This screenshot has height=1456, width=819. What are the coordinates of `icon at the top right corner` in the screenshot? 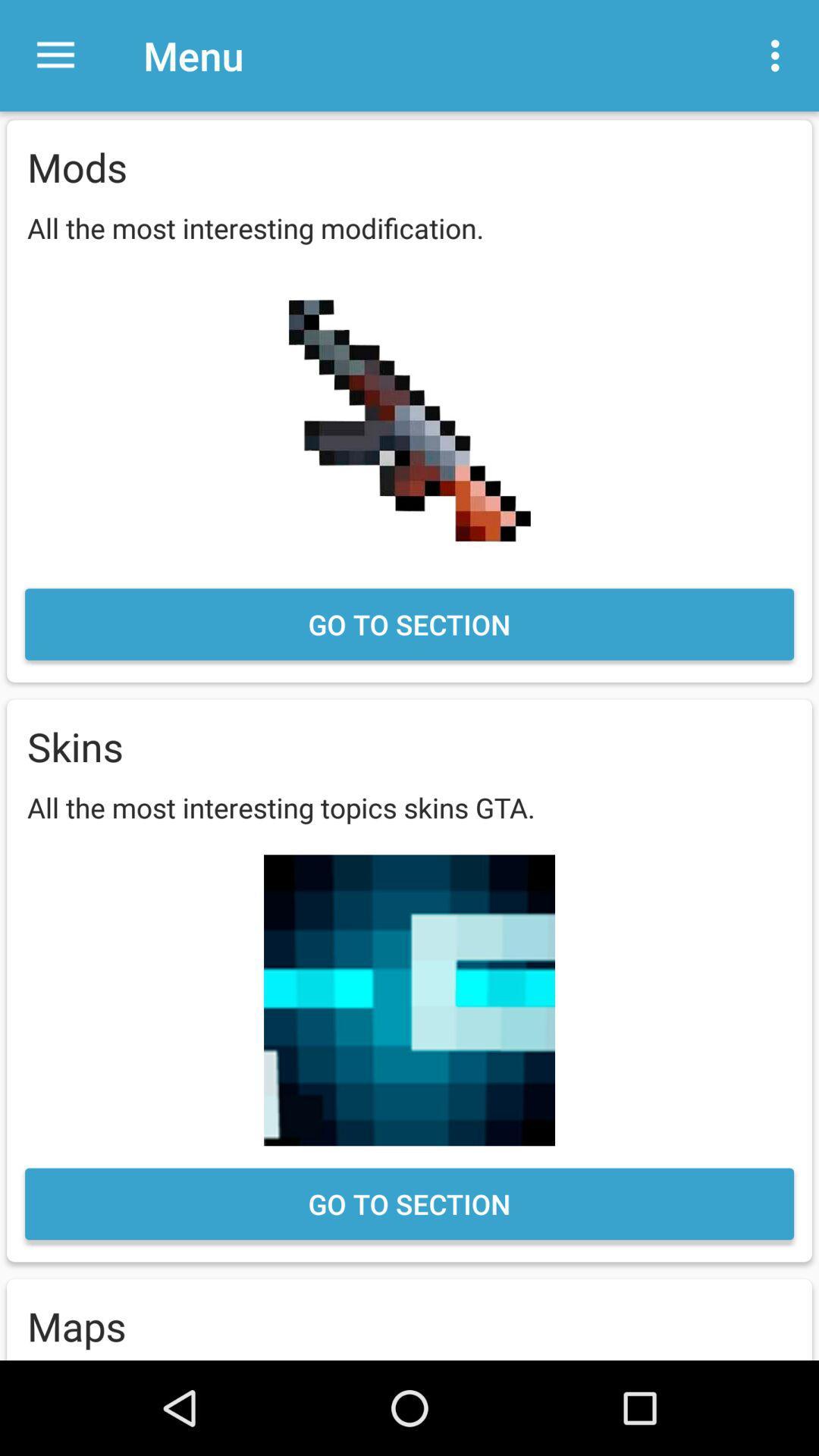 It's located at (779, 55).